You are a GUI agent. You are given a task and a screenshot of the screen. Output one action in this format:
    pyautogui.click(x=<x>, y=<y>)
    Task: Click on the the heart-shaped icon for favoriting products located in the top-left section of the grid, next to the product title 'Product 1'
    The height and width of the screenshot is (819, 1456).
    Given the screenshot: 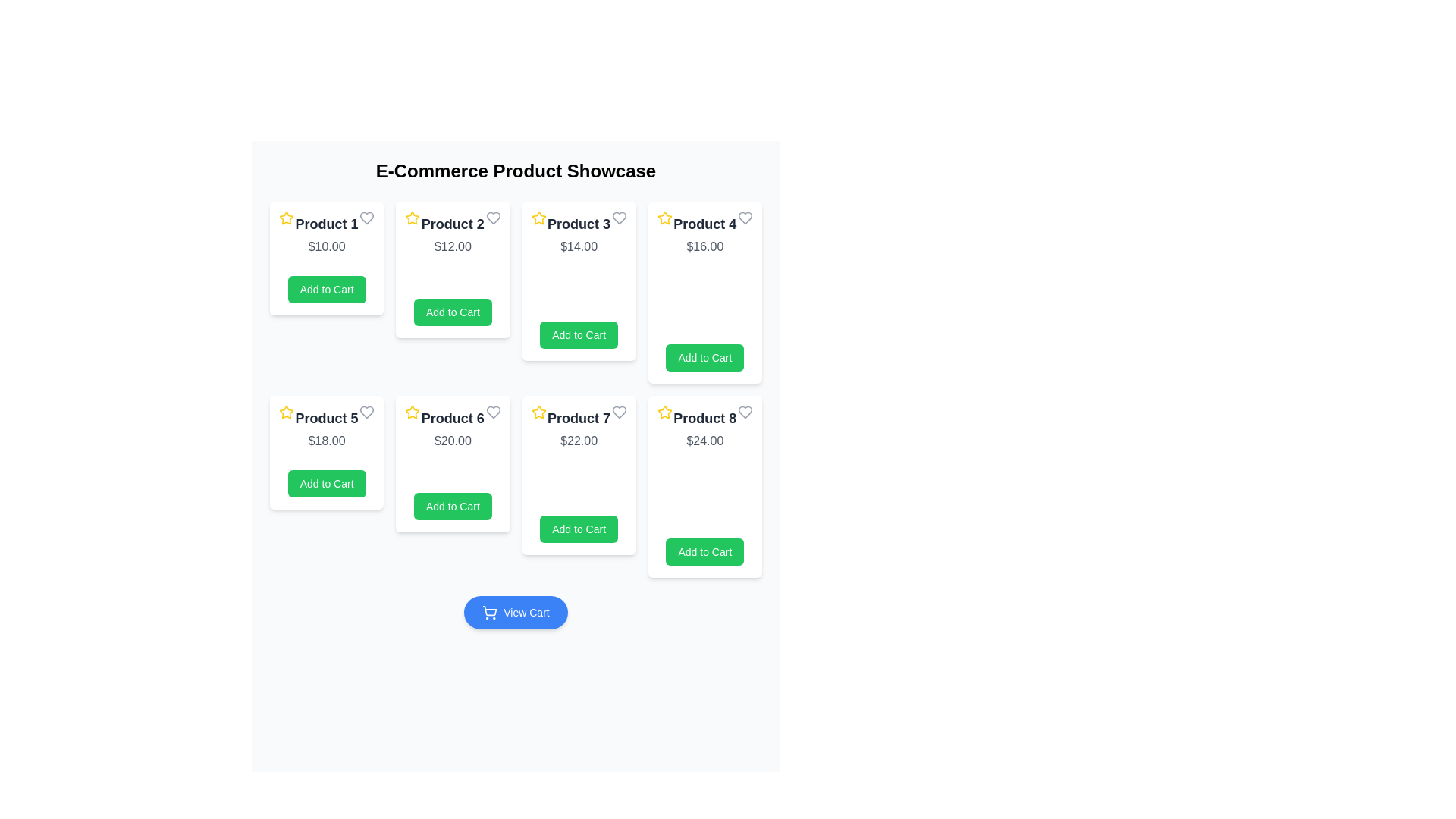 What is the action you would take?
    pyautogui.click(x=367, y=218)
    